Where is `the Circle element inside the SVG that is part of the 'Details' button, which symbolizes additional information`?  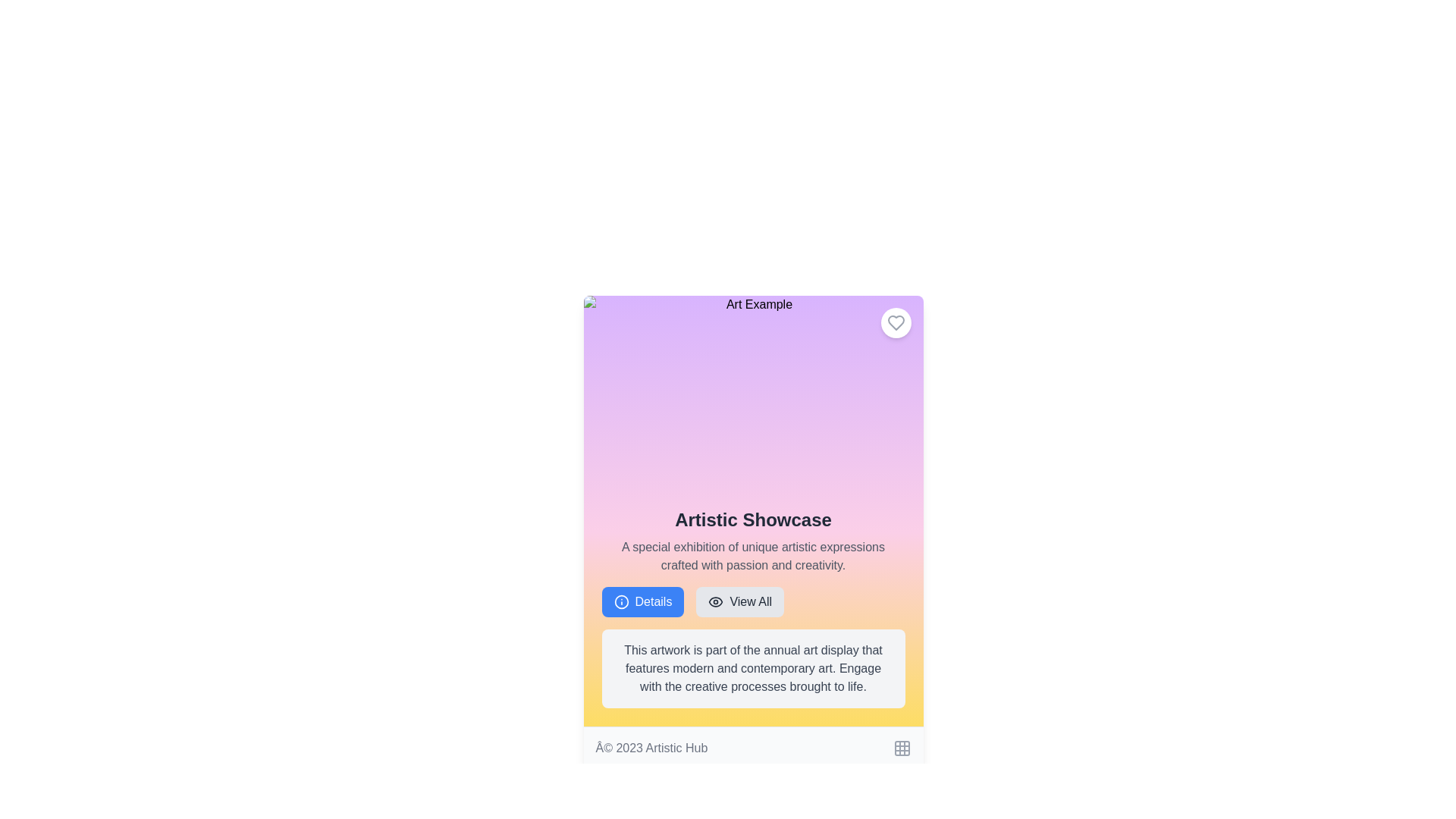
the Circle element inside the SVG that is part of the 'Details' button, which symbolizes additional information is located at coordinates (621, 601).